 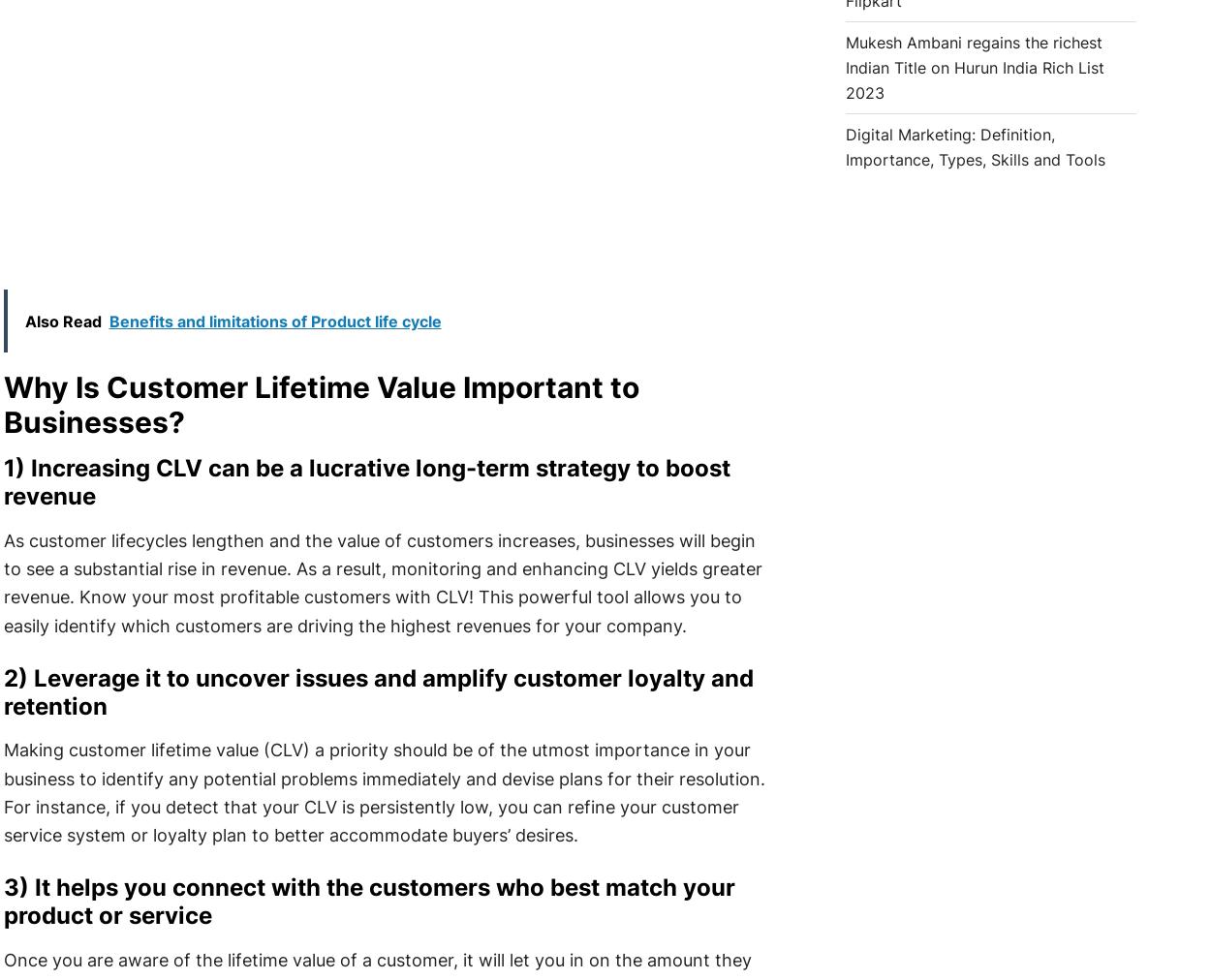 I want to click on 'Also Read', so click(x=61, y=320).